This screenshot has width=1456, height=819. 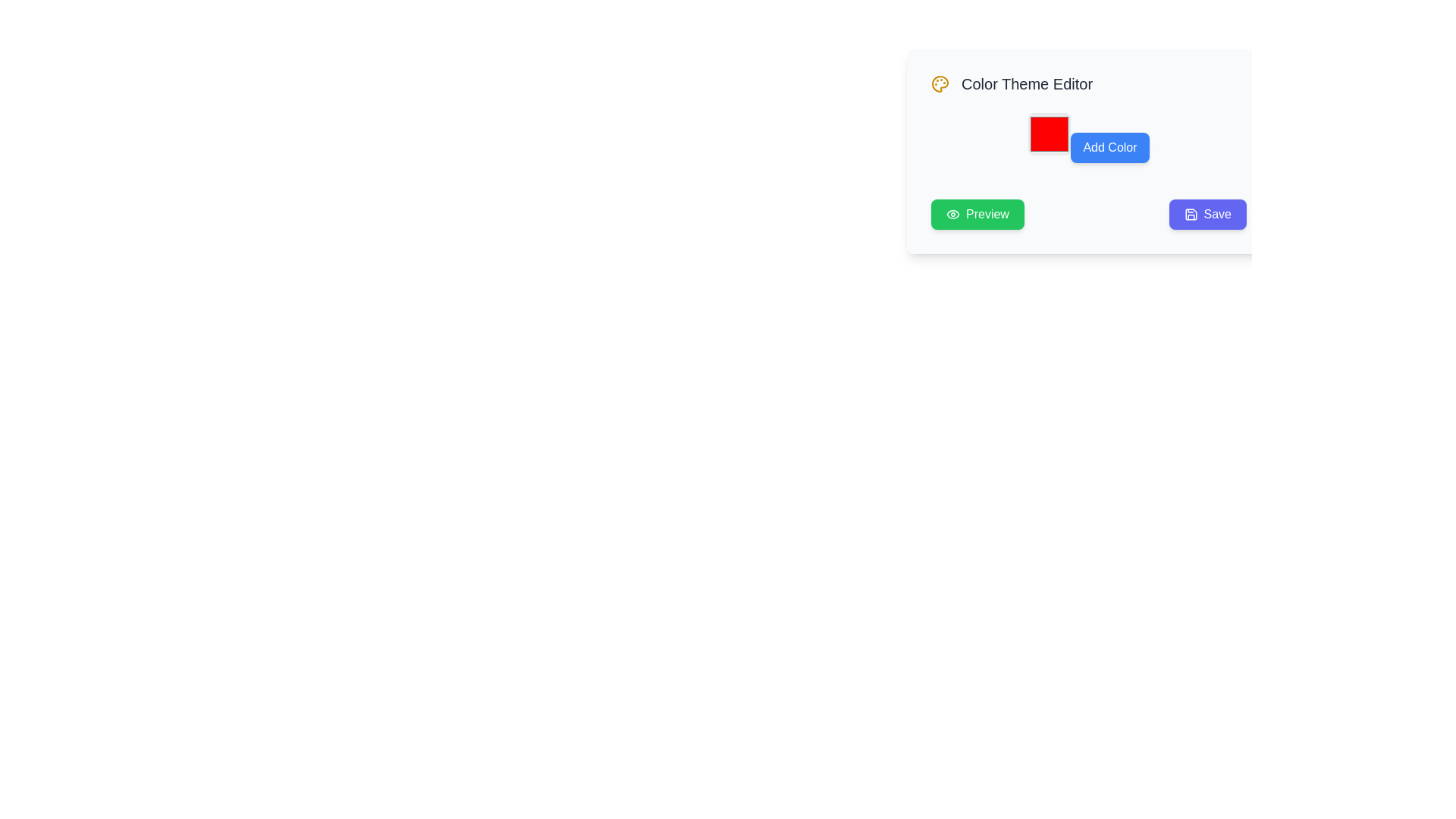 What do you see at coordinates (1190, 214) in the screenshot?
I see `the save icon, which is integrated into the blue 'Save' button labeled with white text, located at the center-left part of the button in the bottom-right quadrant of the visible card` at bounding box center [1190, 214].